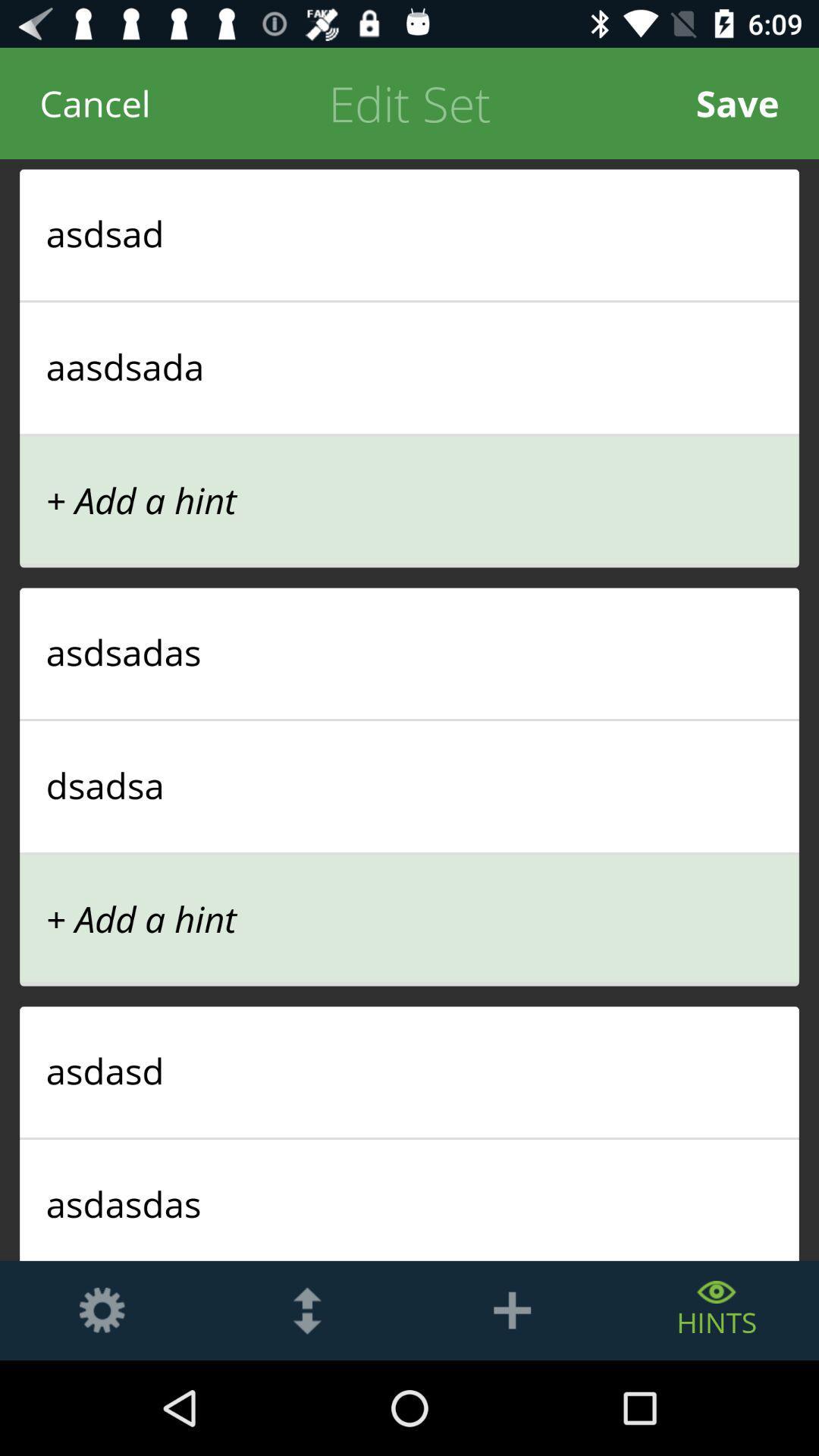 The image size is (819, 1456). Describe the element at coordinates (102, 1310) in the screenshot. I see `open settings` at that location.